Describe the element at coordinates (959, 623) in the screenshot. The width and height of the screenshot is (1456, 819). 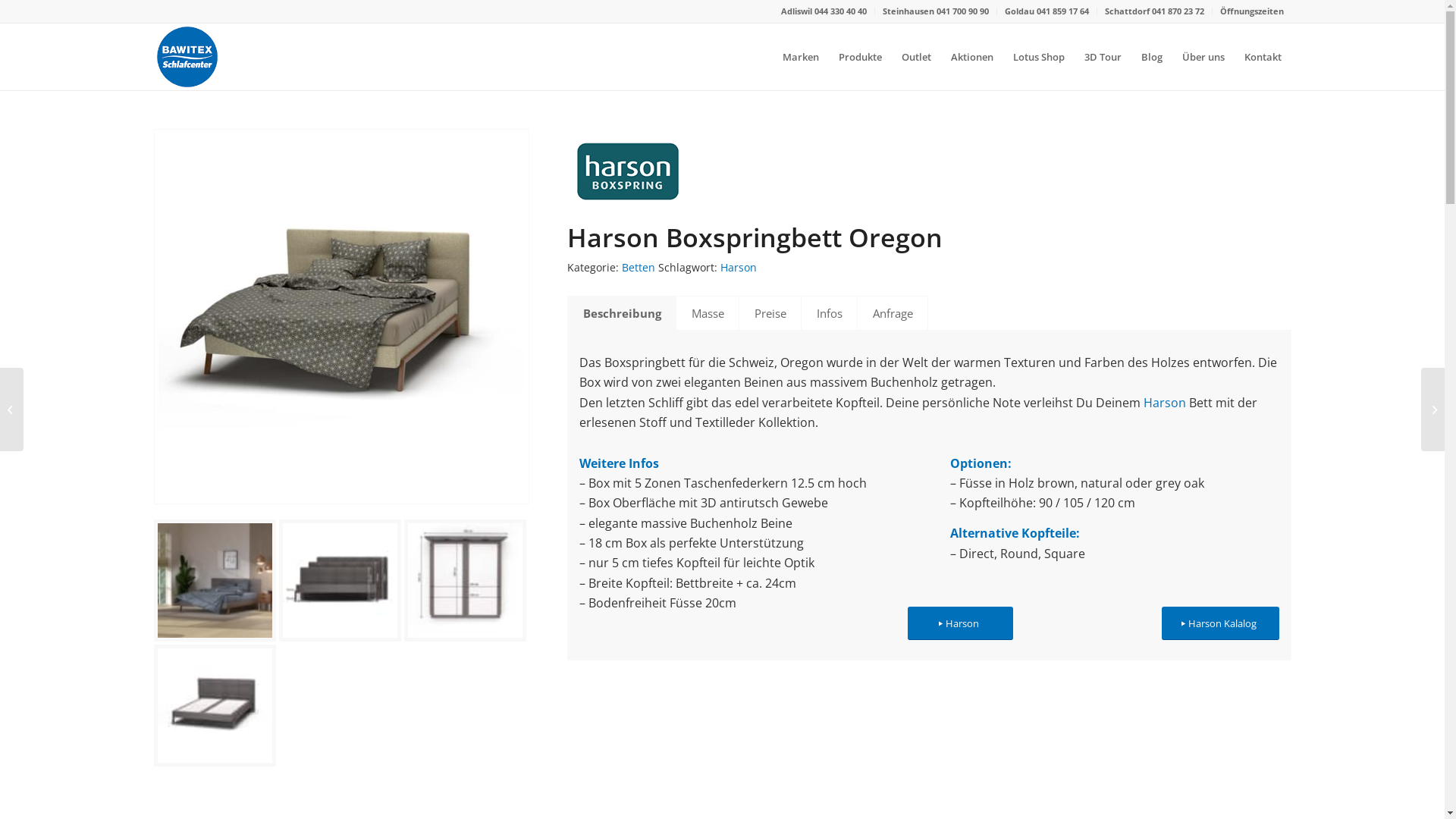
I see `'Harson'` at that location.